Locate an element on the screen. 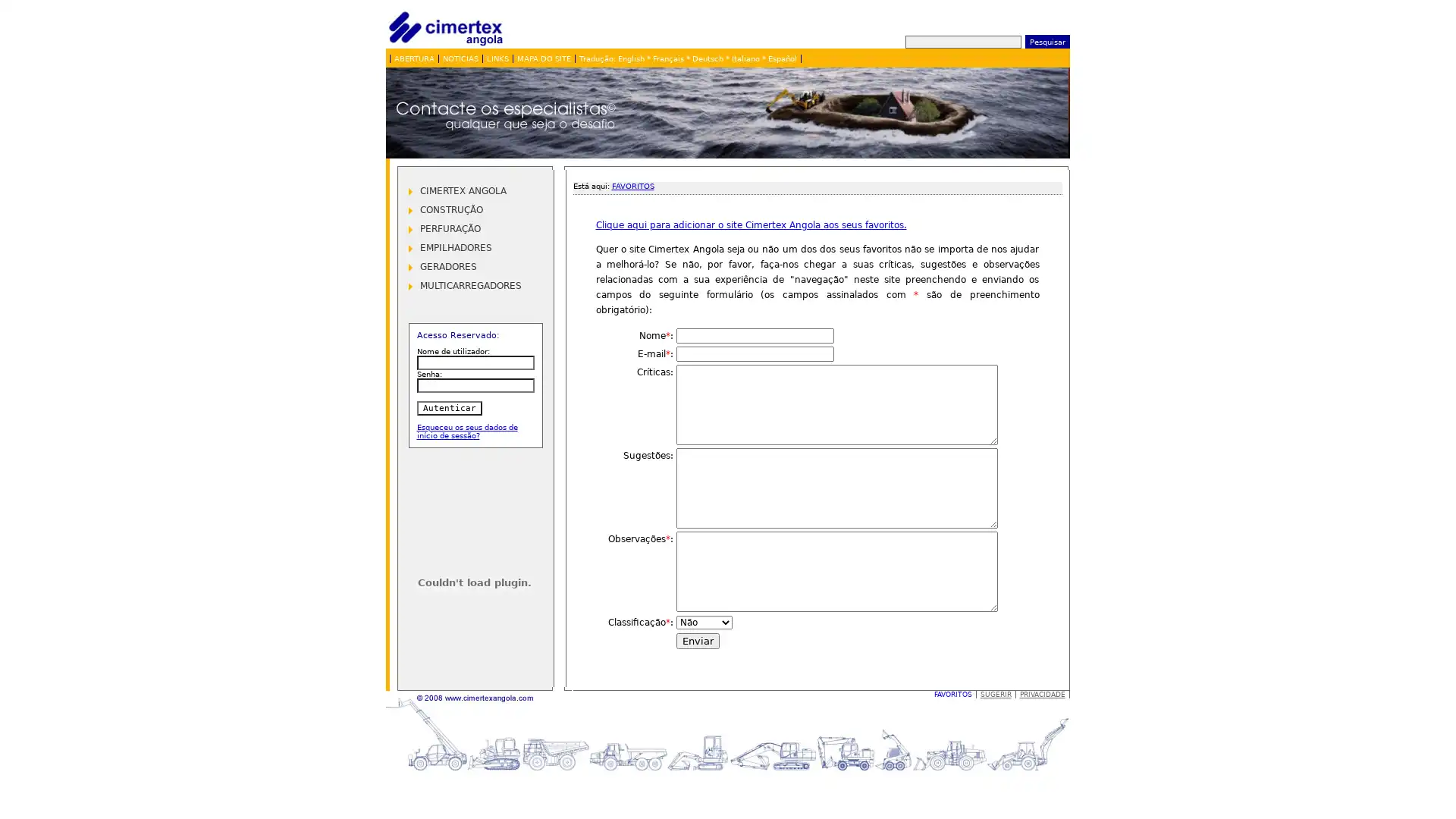 The height and width of the screenshot is (819, 1456). Enviar is located at coordinates (696, 641).